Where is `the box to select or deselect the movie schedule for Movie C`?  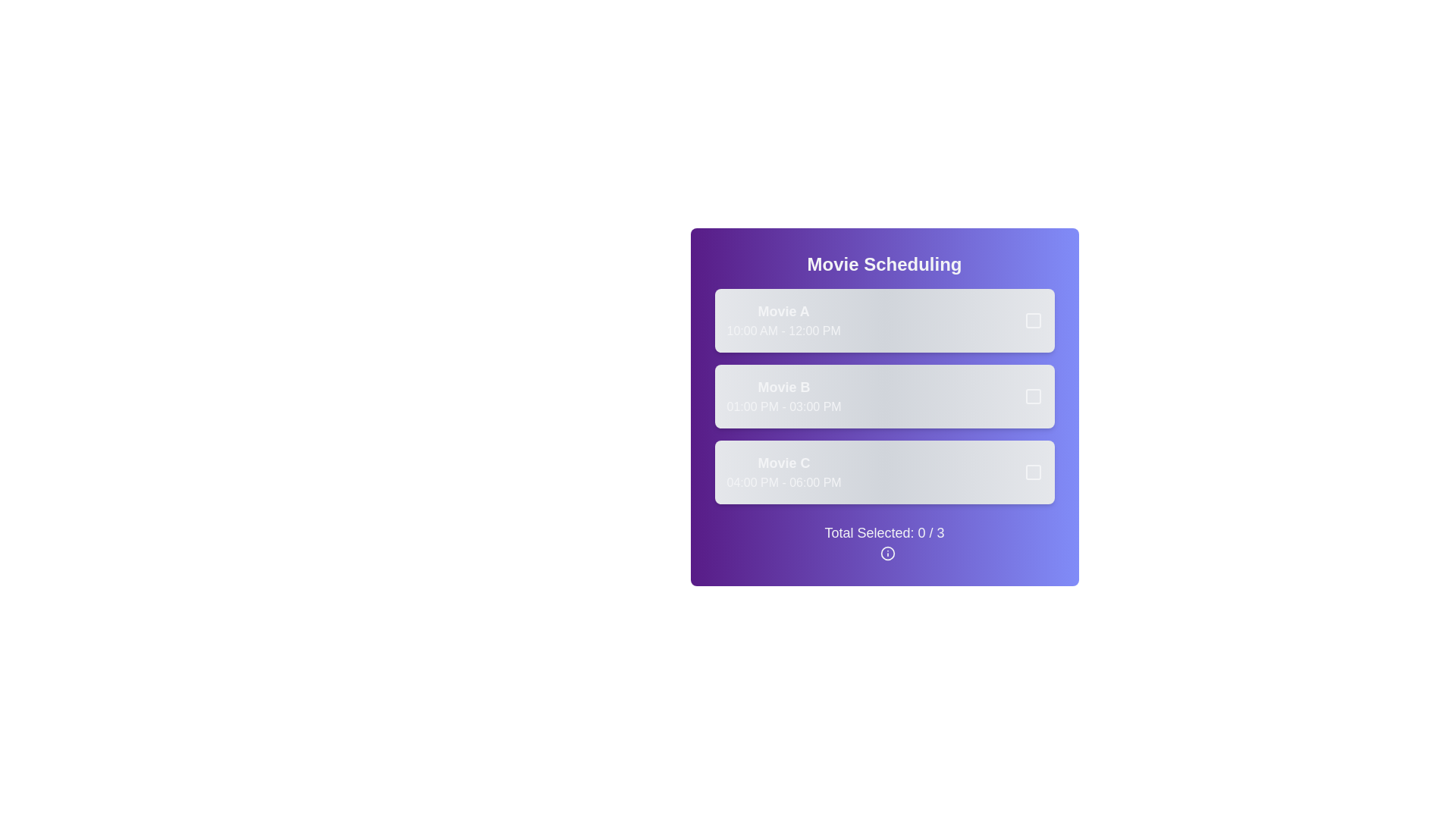
the box to select or deselect the movie schedule for Movie C is located at coordinates (1024, 472).